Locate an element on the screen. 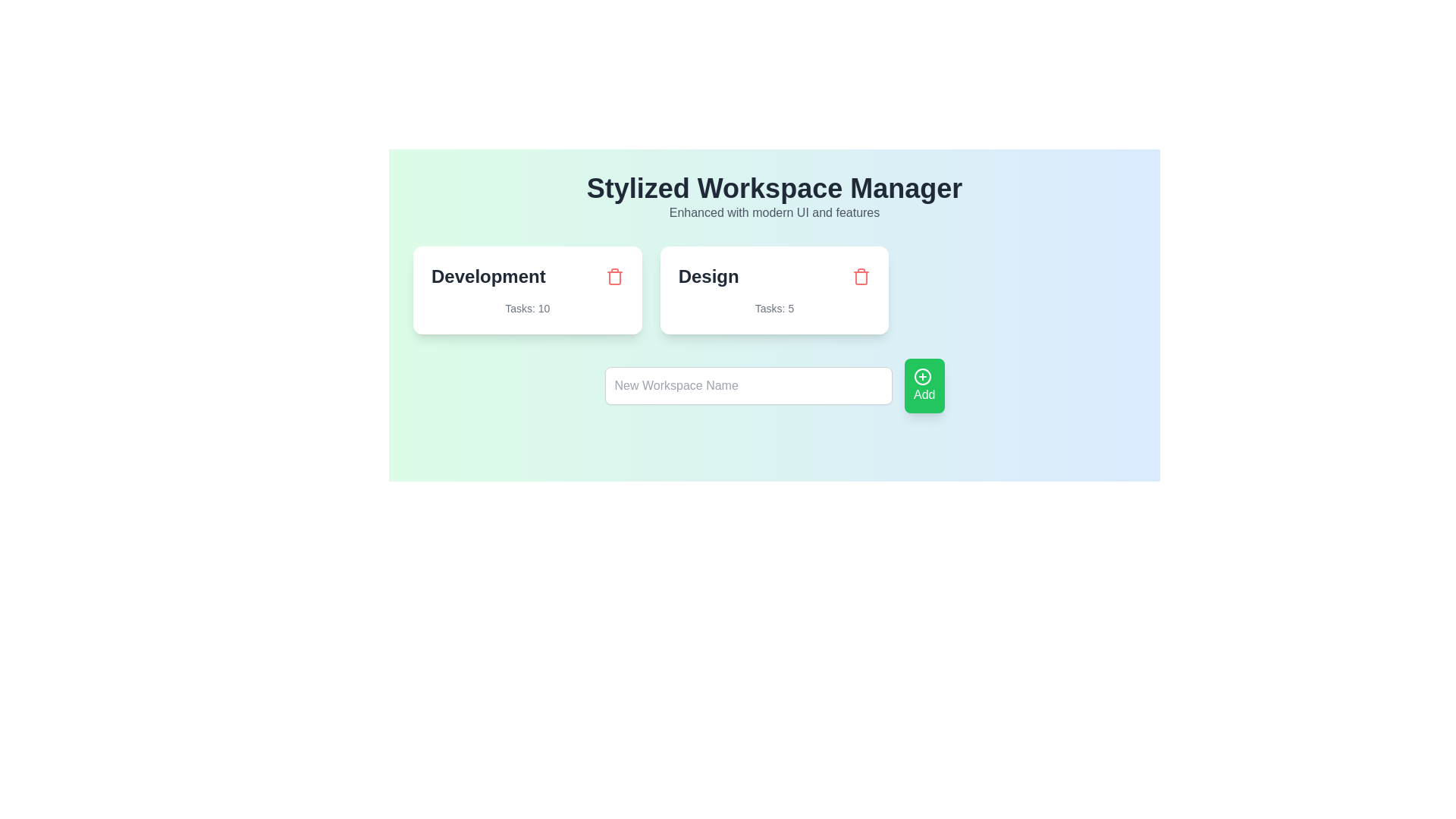 This screenshot has height=819, width=1456. the bold, large title text labeled 'Development', which is prominently displayed in dark gray on a light background within the left card section of a two-card layout is located at coordinates (488, 277).